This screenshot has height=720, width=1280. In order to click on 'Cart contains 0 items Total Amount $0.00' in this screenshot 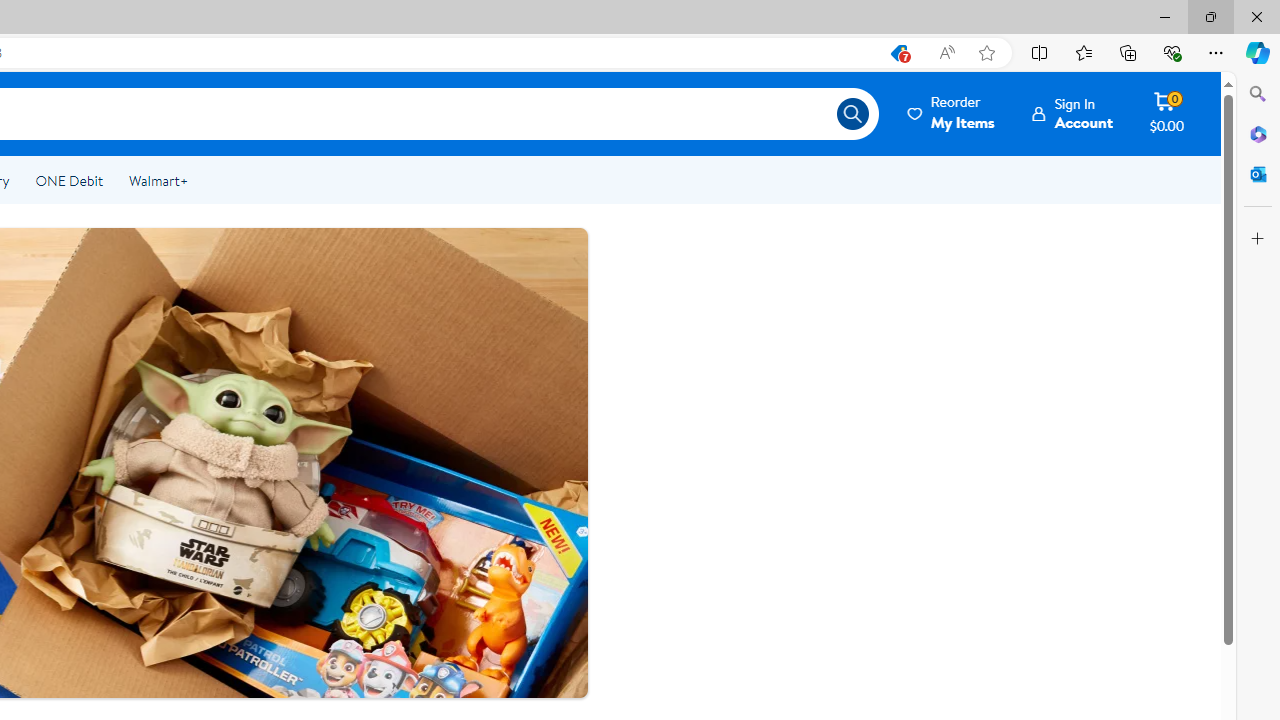, I will do `click(1166, 113)`.